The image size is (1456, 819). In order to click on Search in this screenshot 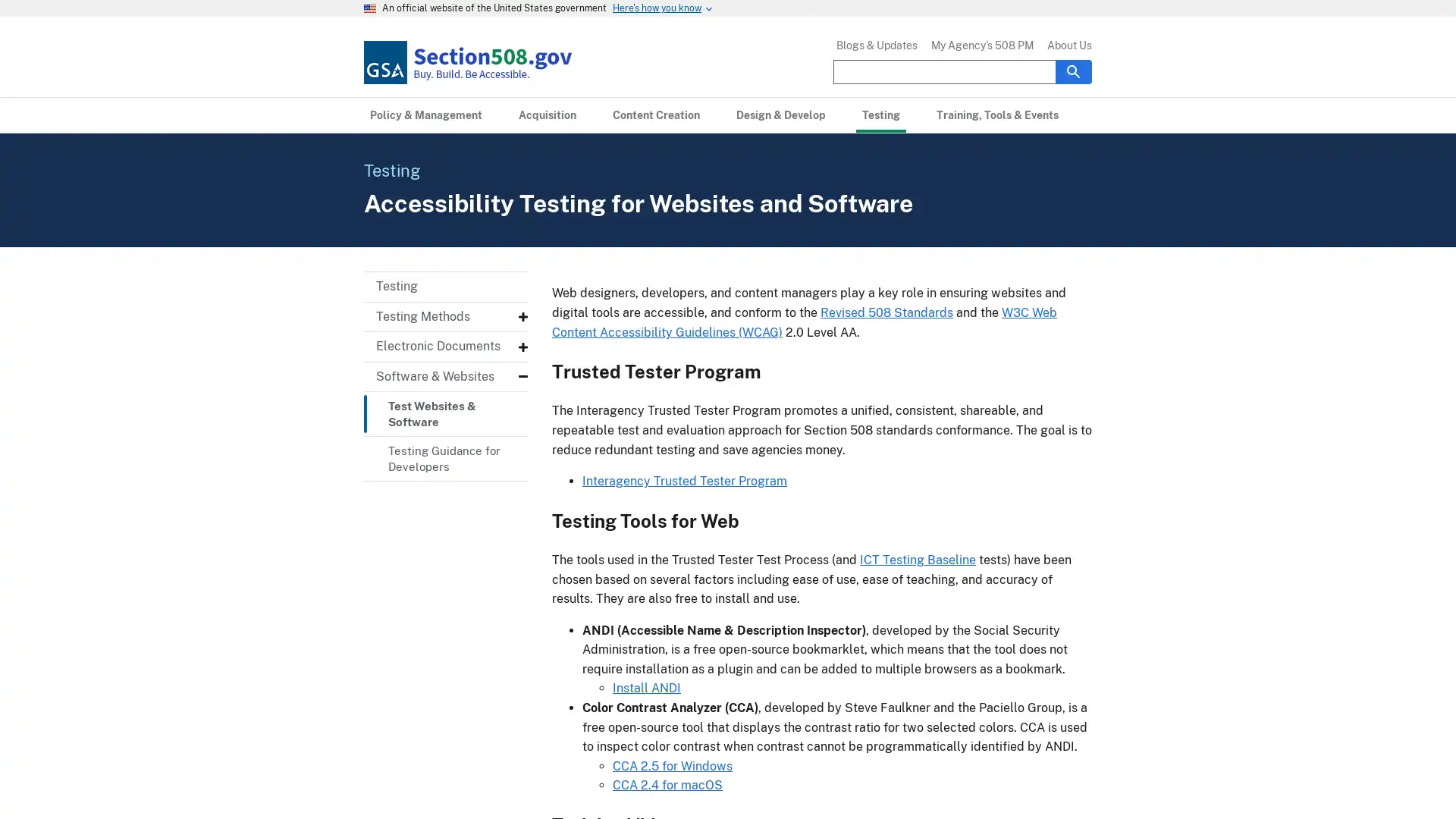, I will do `click(1073, 71)`.